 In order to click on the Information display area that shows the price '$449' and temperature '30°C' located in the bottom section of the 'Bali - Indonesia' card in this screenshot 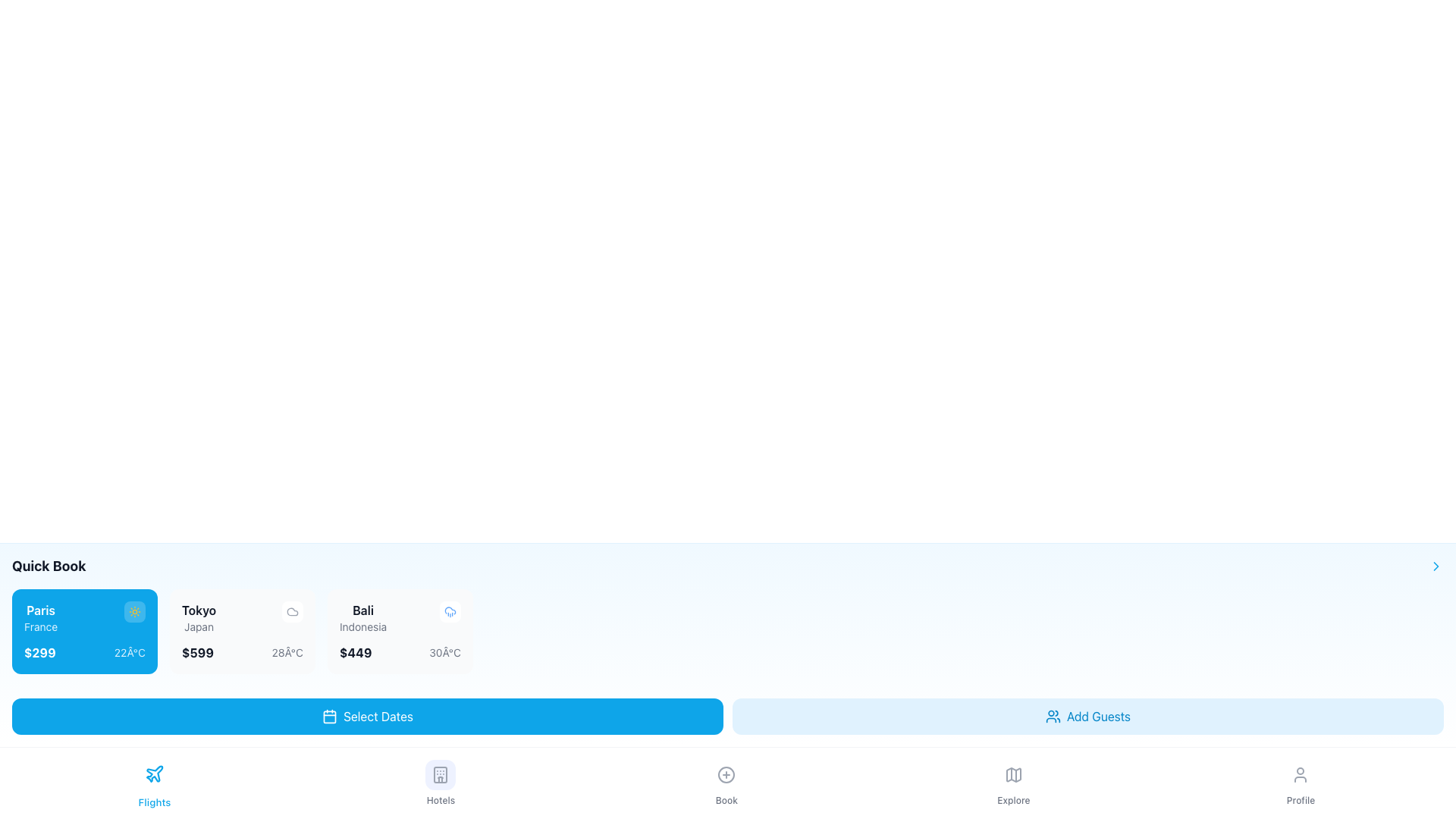, I will do `click(400, 651)`.